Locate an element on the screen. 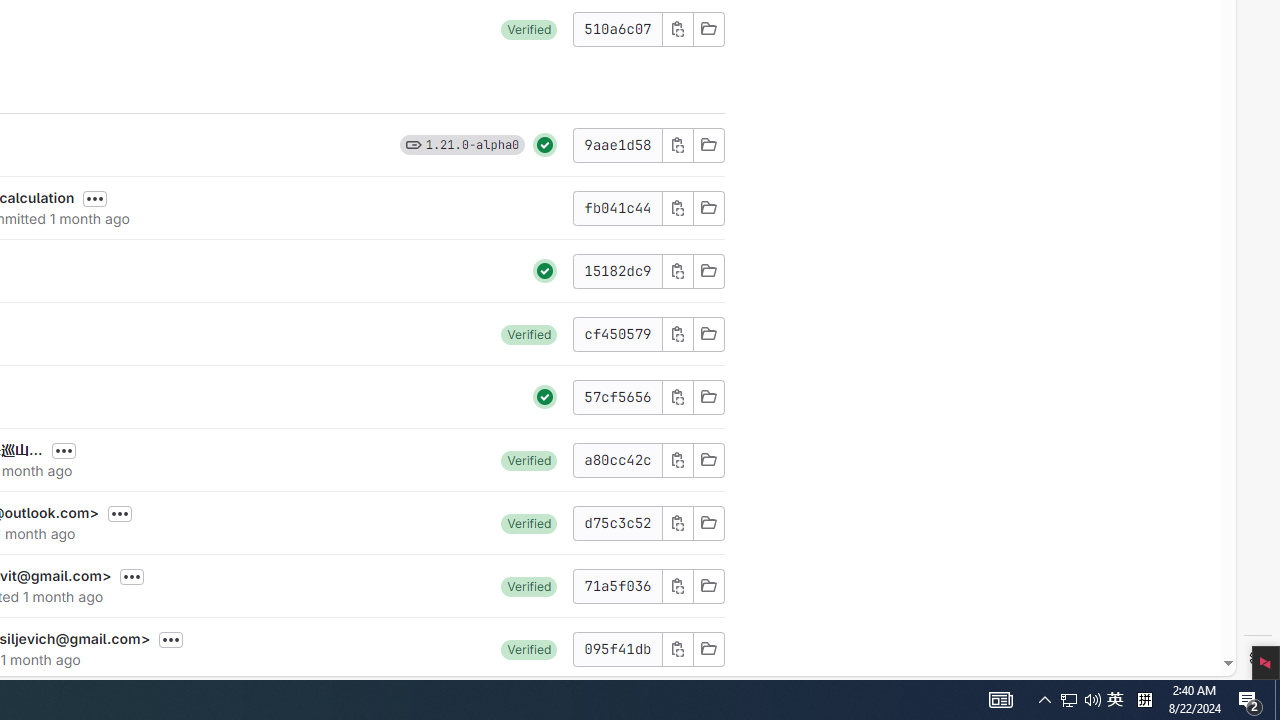  'Class: s16 gl-icon gl-button-icon ' is located at coordinates (677, 648).